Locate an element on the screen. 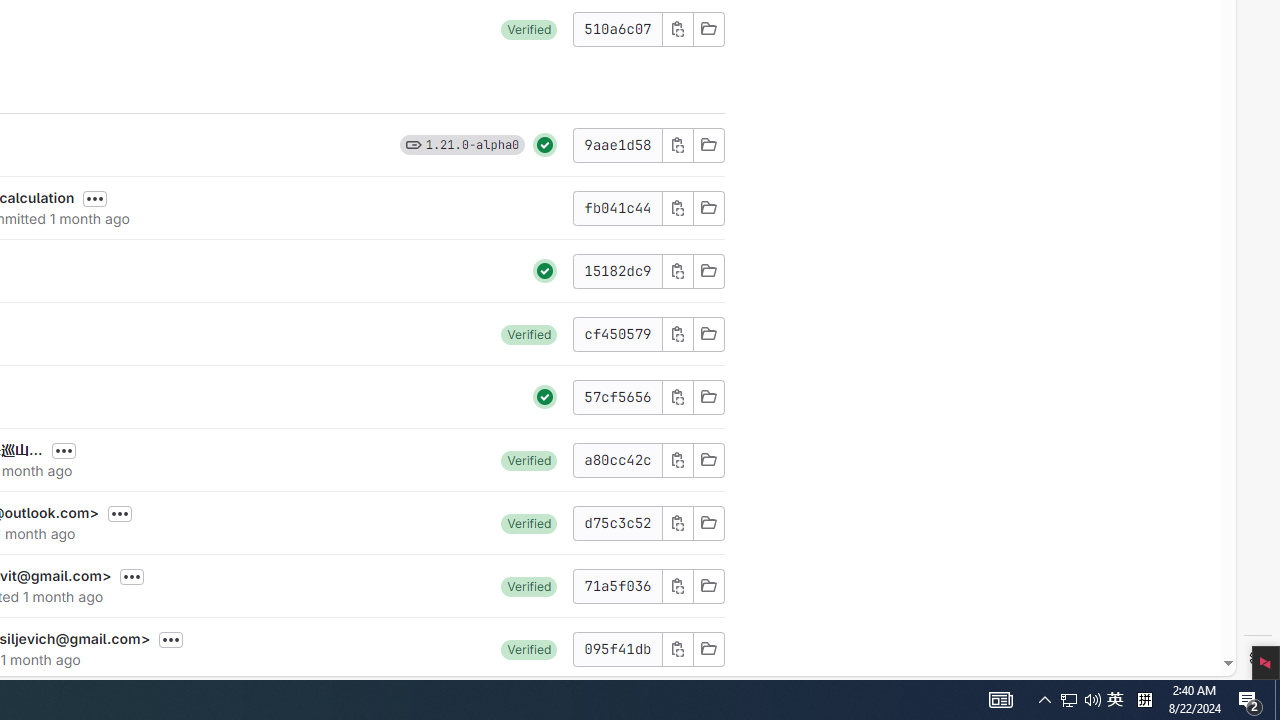  'Class: s16 gl-icon gl-button-icon ' is located at coordinates (677, 648).